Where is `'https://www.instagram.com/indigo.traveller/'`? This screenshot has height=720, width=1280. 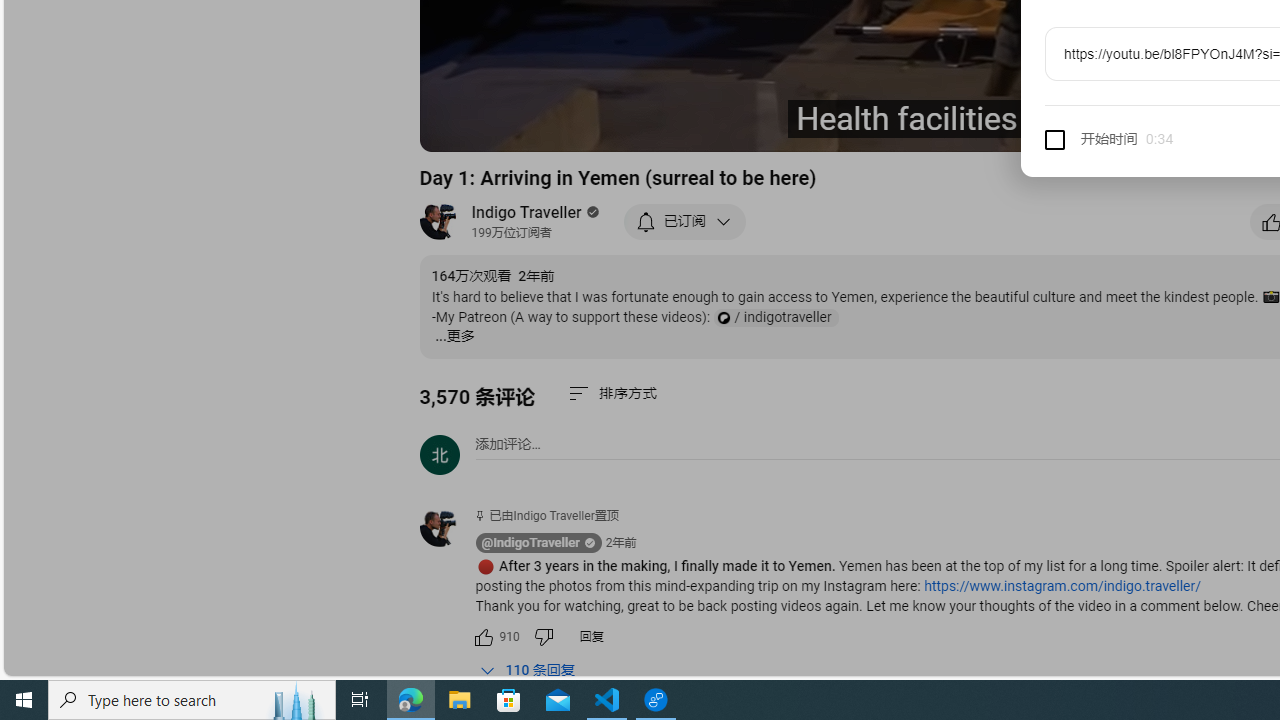 'https://www.instagram.com/indigo.traveller/' is located at coordinates (1061, 585).